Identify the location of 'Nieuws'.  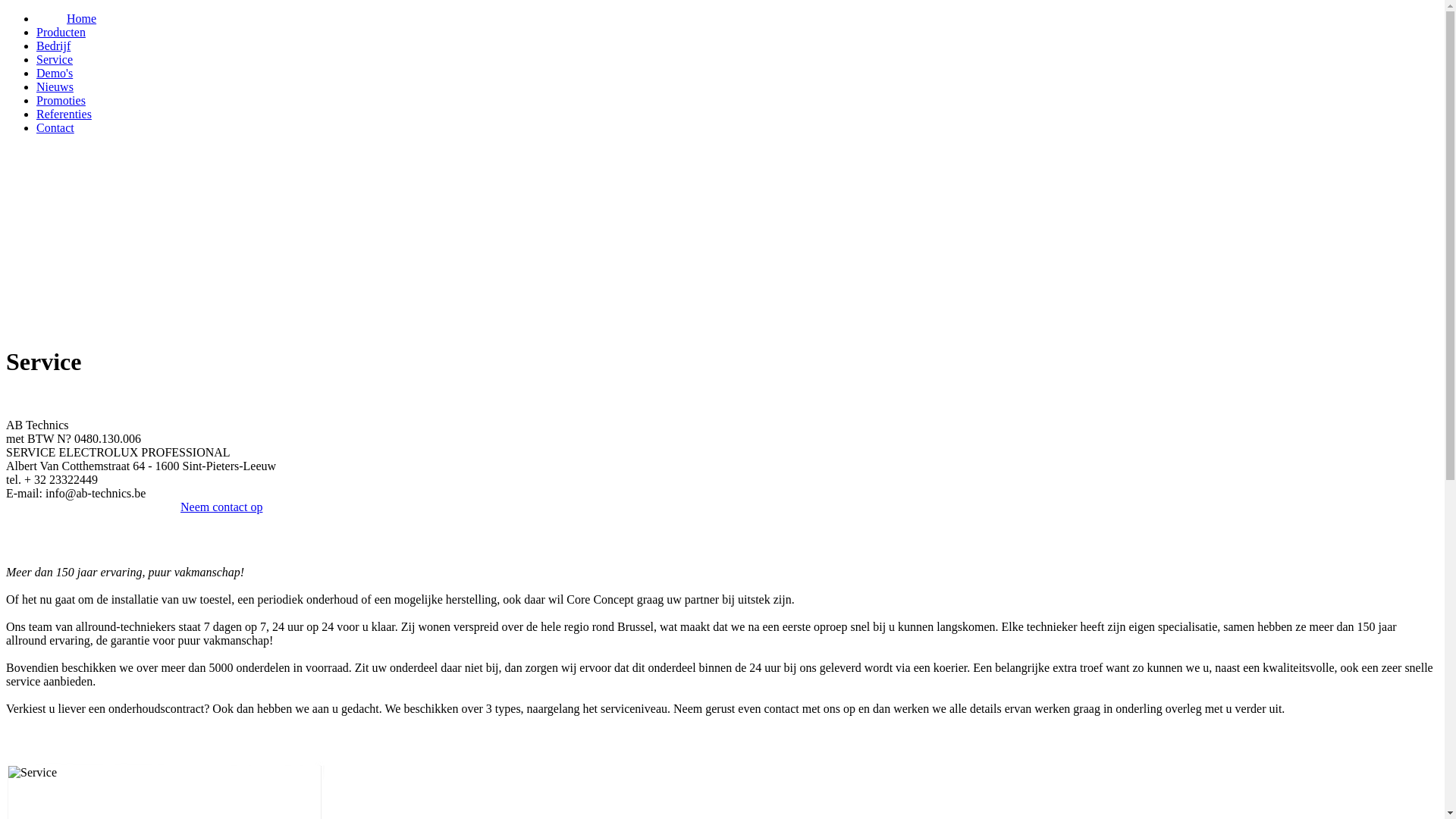
(55, 86).